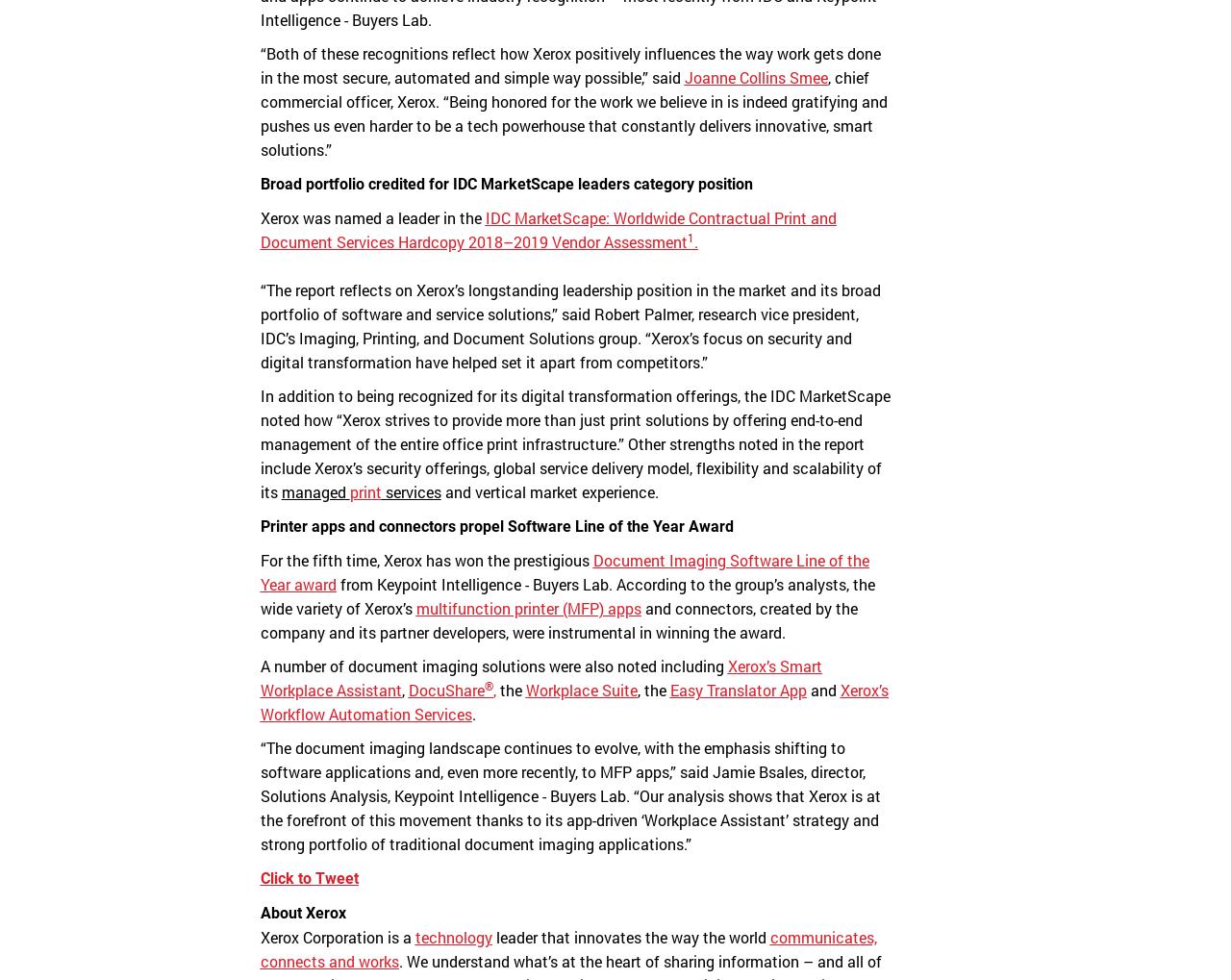 This screenshot has width=1231, height=980. Describe the element at coordinates (258, 795) in the screenshot. I see `'“The document imaging landscape continues to evolve, with the emphasis shifting to software applications and, even more recently, to MFP apps,” said Jamie Bsales, director, Solutions Analysis, Keypoint Intelligence - Buyers Lab. “Our analysis shows that Xerox is at the forefront of this movement thanks to its app-driven ‘Workplace Assistant’ strategy and strong portfolio of traditional document imaging applications.”'` at that location.